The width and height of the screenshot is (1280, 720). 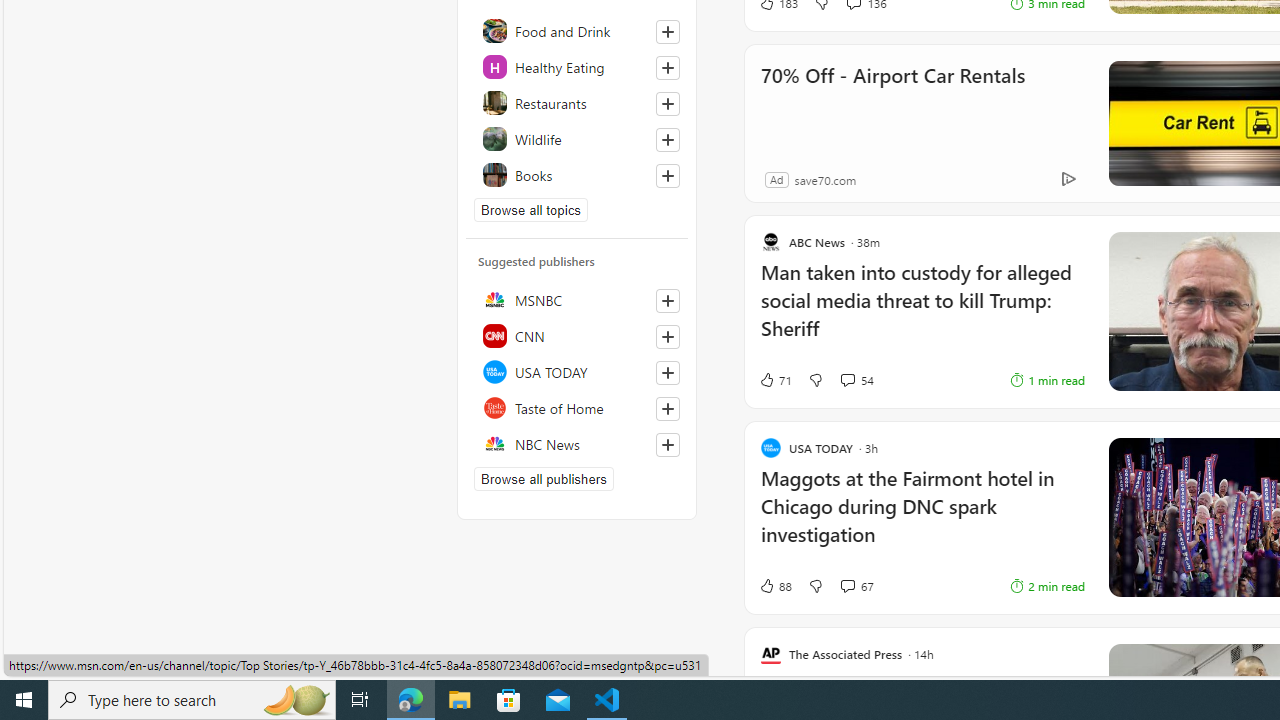 What do you see at coordinates (774, 585) in the screenshot?
I see `'88 Like'` at bounding box center [774, 585].